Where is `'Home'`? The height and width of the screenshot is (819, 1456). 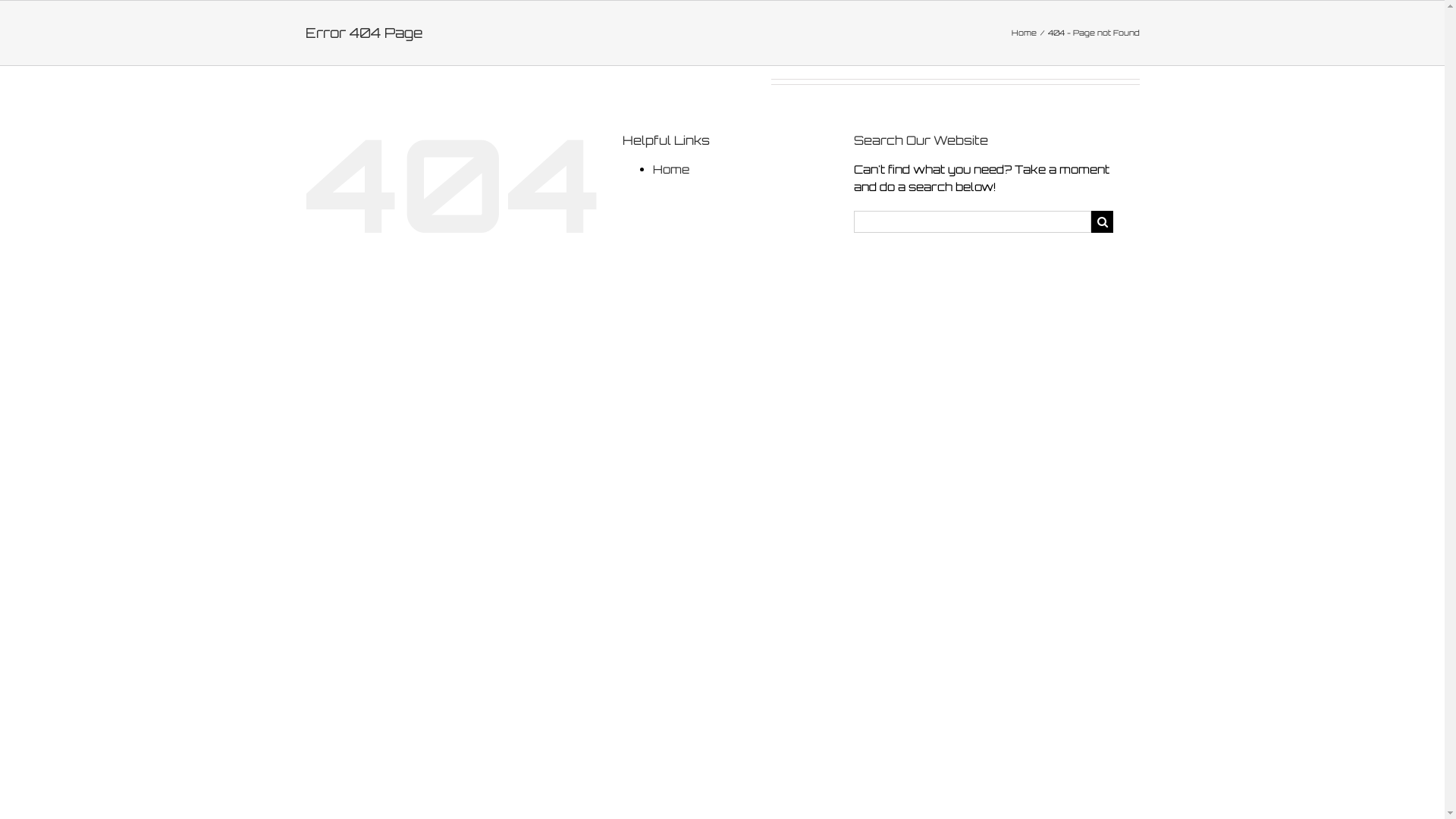 'Home' is located at coordinates (670, 169).